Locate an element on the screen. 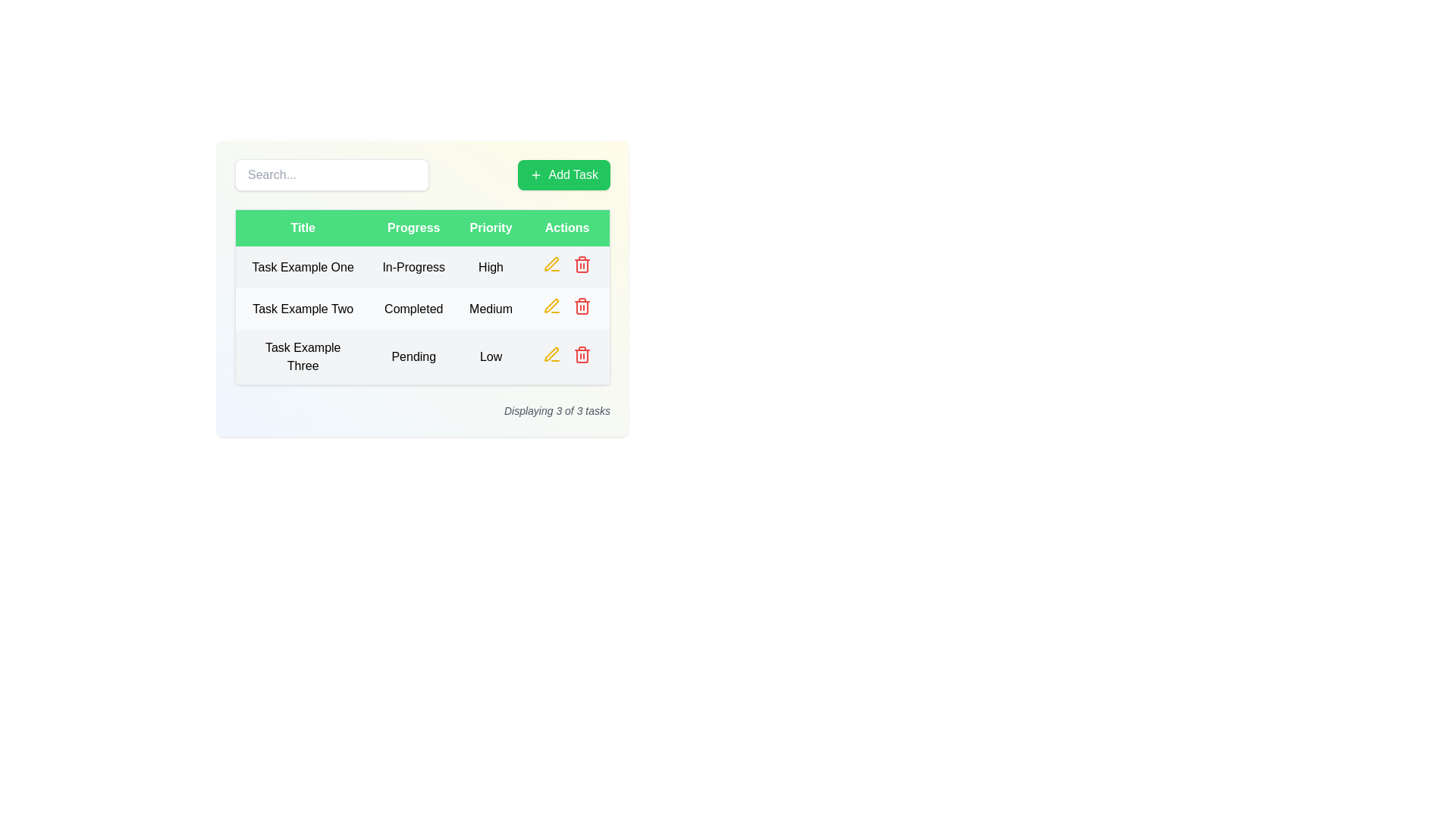  the green 'Add Task' button with a white plus icon is located at coordinates (563, 174).